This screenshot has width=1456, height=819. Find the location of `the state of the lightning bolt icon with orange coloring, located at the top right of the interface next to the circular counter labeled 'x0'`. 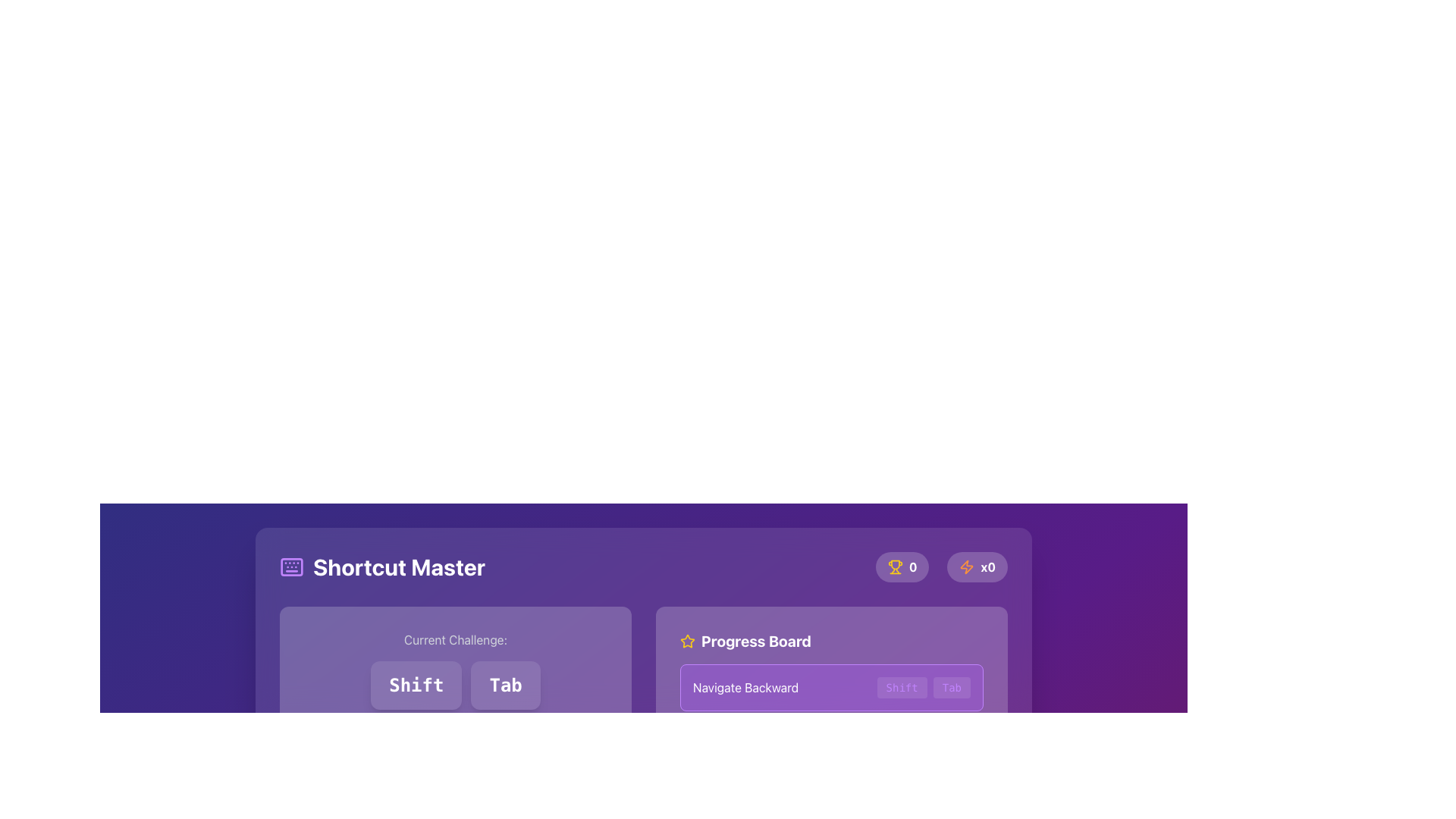

the state of the lightning bolt icon with orange coloring, located at the top right of the interface next to the circular counter labeled 'x0' is located at coordinates (966, 567).